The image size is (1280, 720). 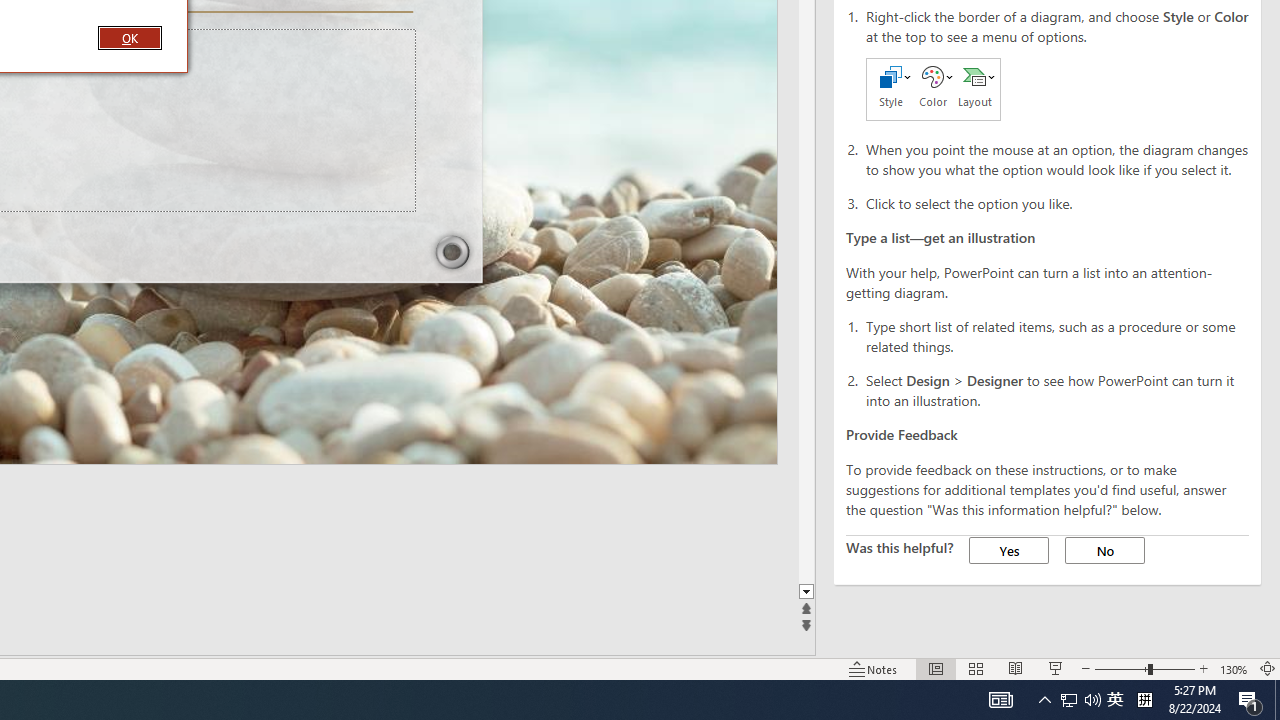 What do you see at coordinates (1233, 669) in the screenshot?
I see `'Zoom 130%'` at bounding box center [1233, 669].